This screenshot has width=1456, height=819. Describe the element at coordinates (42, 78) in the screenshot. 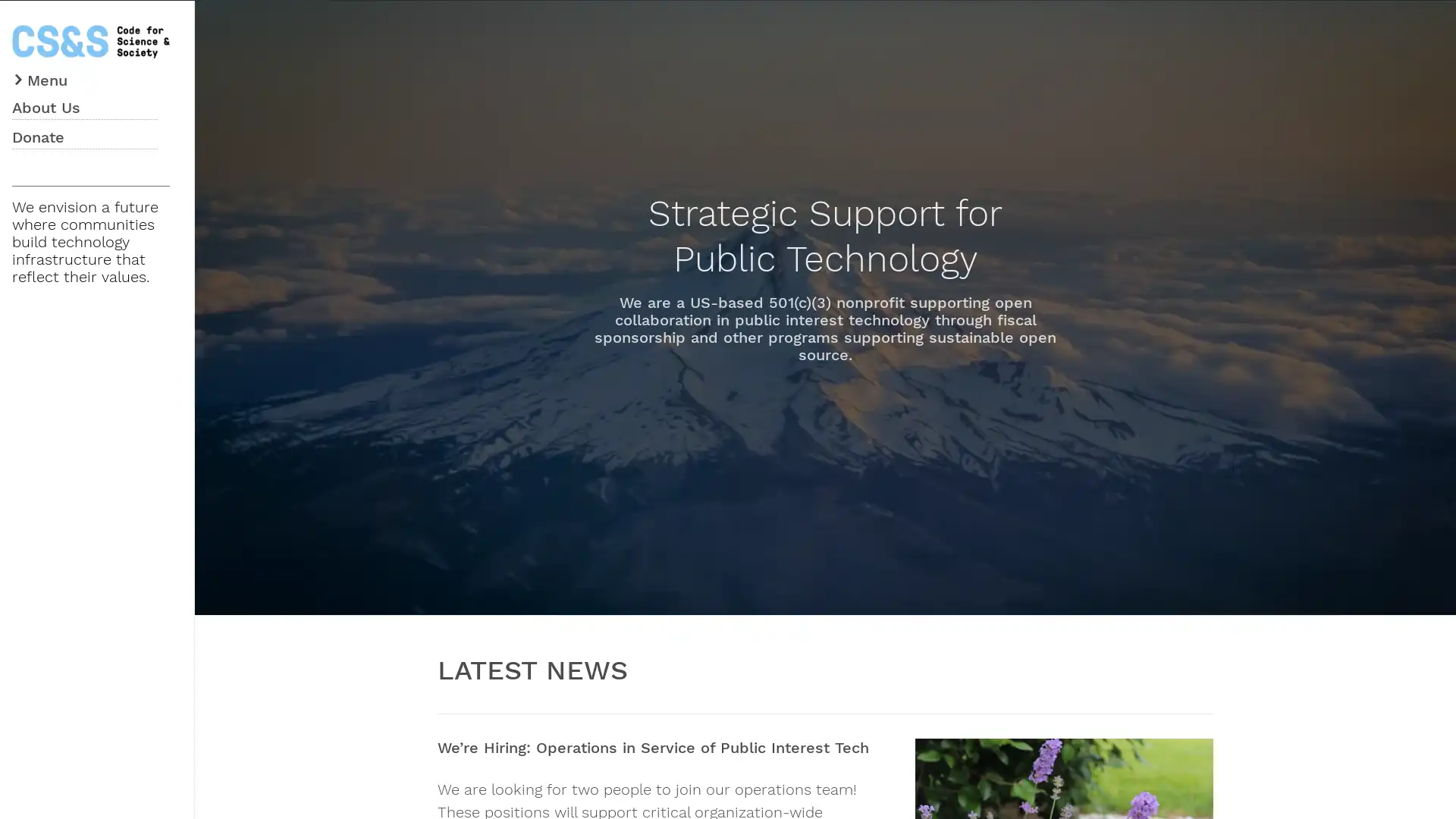

I see `open navigation` at that location.